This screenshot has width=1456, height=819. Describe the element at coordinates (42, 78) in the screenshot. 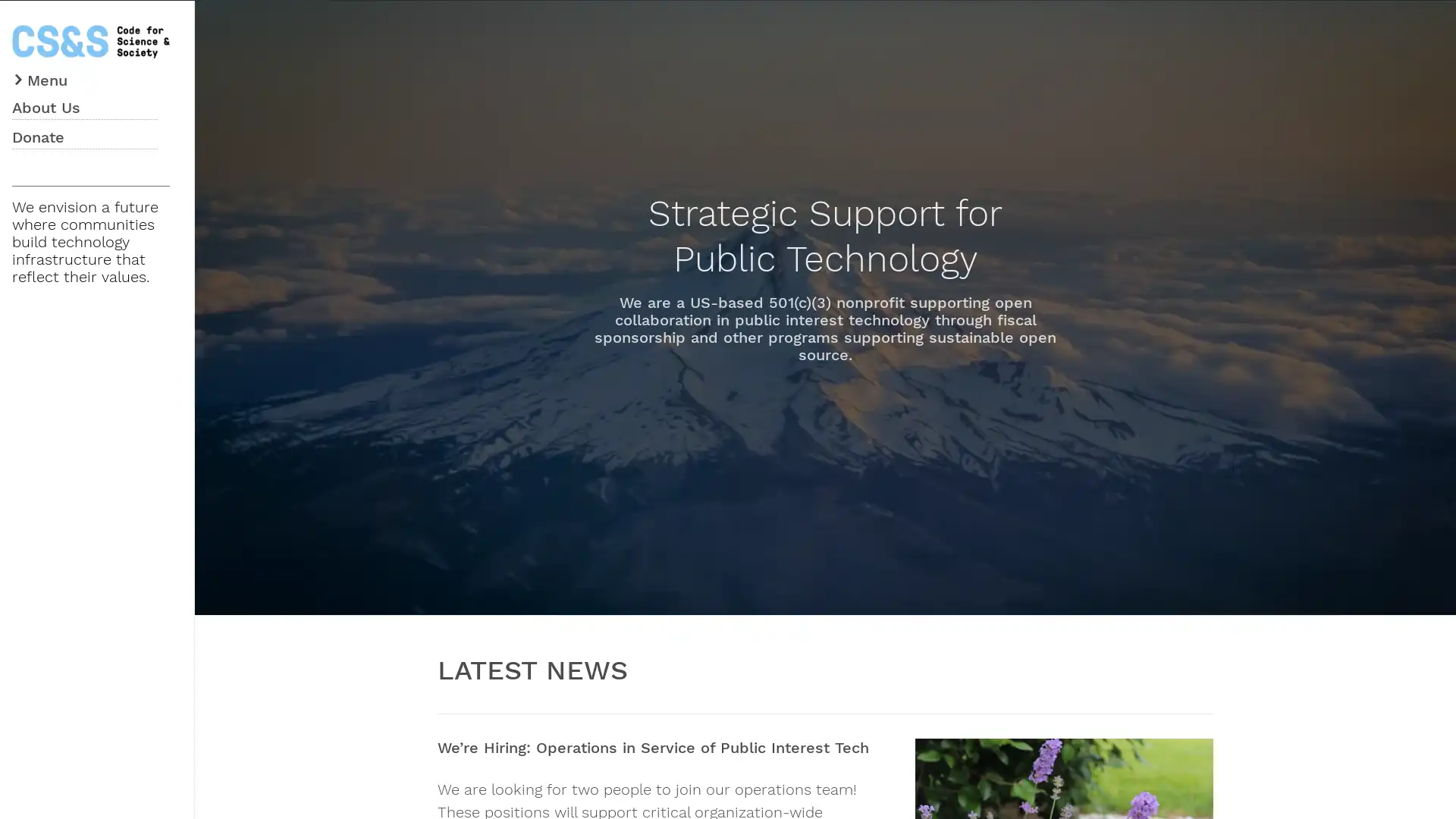

I see `open navigation` at that location.